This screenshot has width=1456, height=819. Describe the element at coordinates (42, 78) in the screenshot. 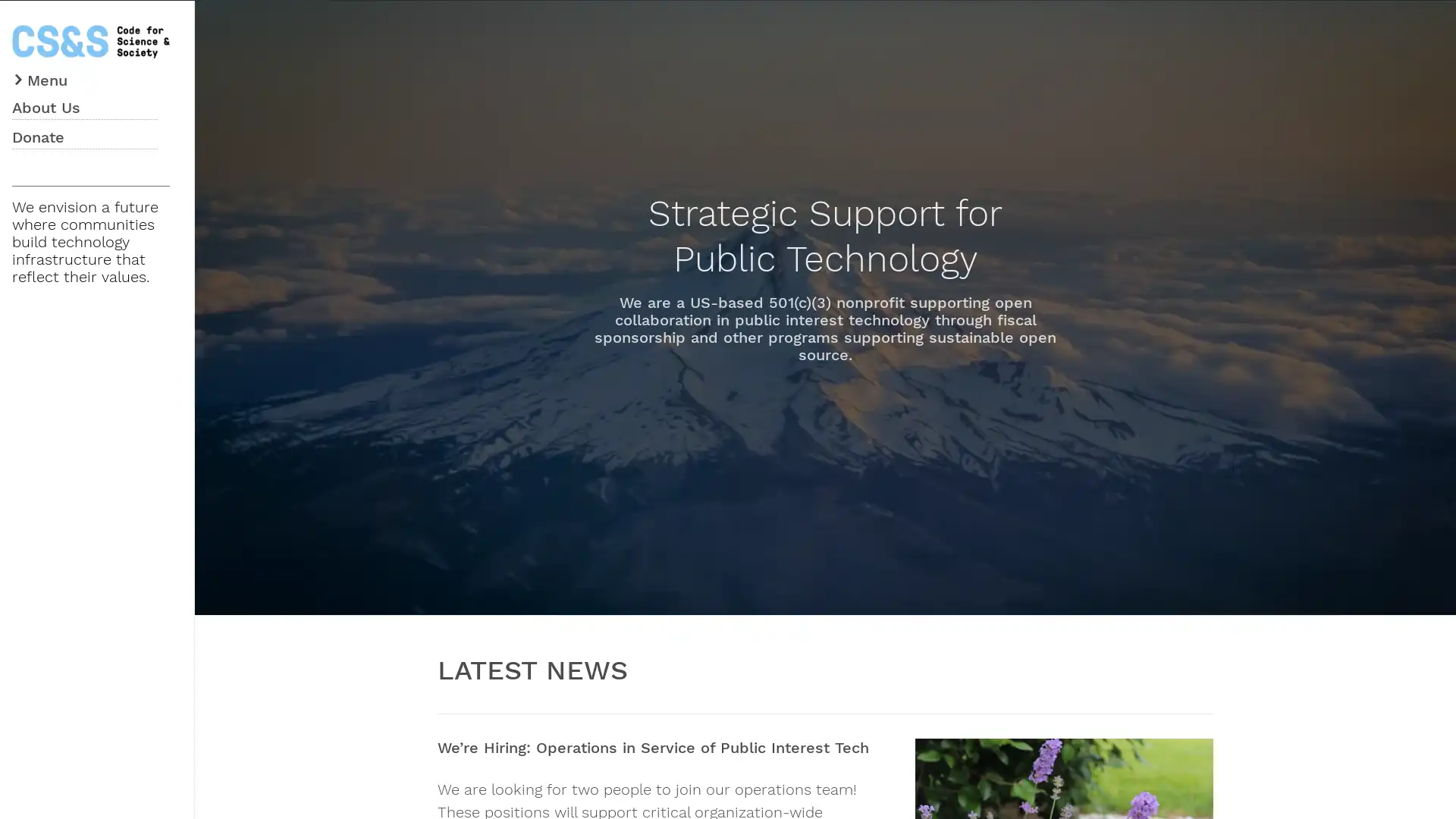

I see `open navigation` at that location.